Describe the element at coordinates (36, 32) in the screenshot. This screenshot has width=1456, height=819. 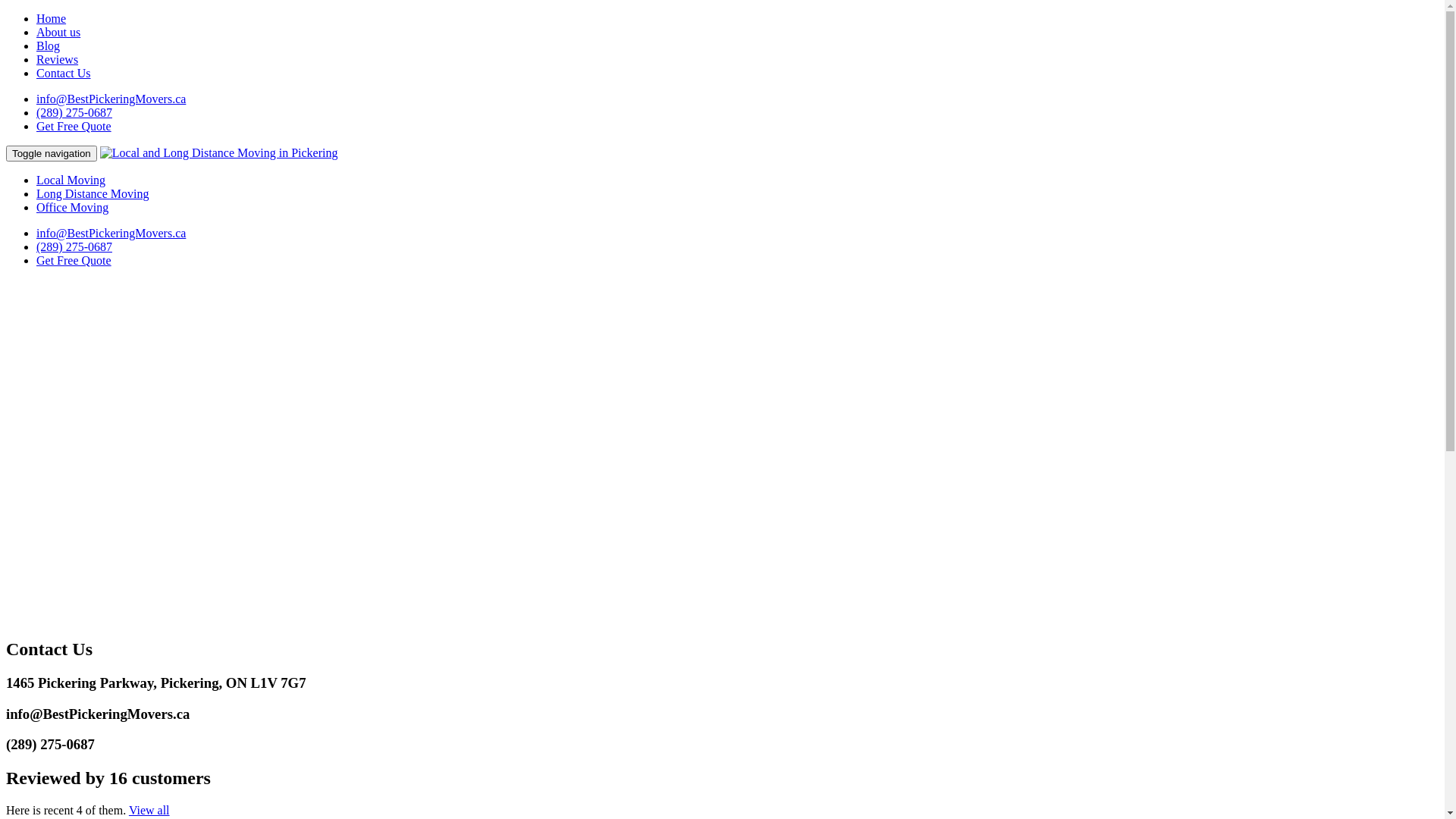
I see `'About us'` at that location.